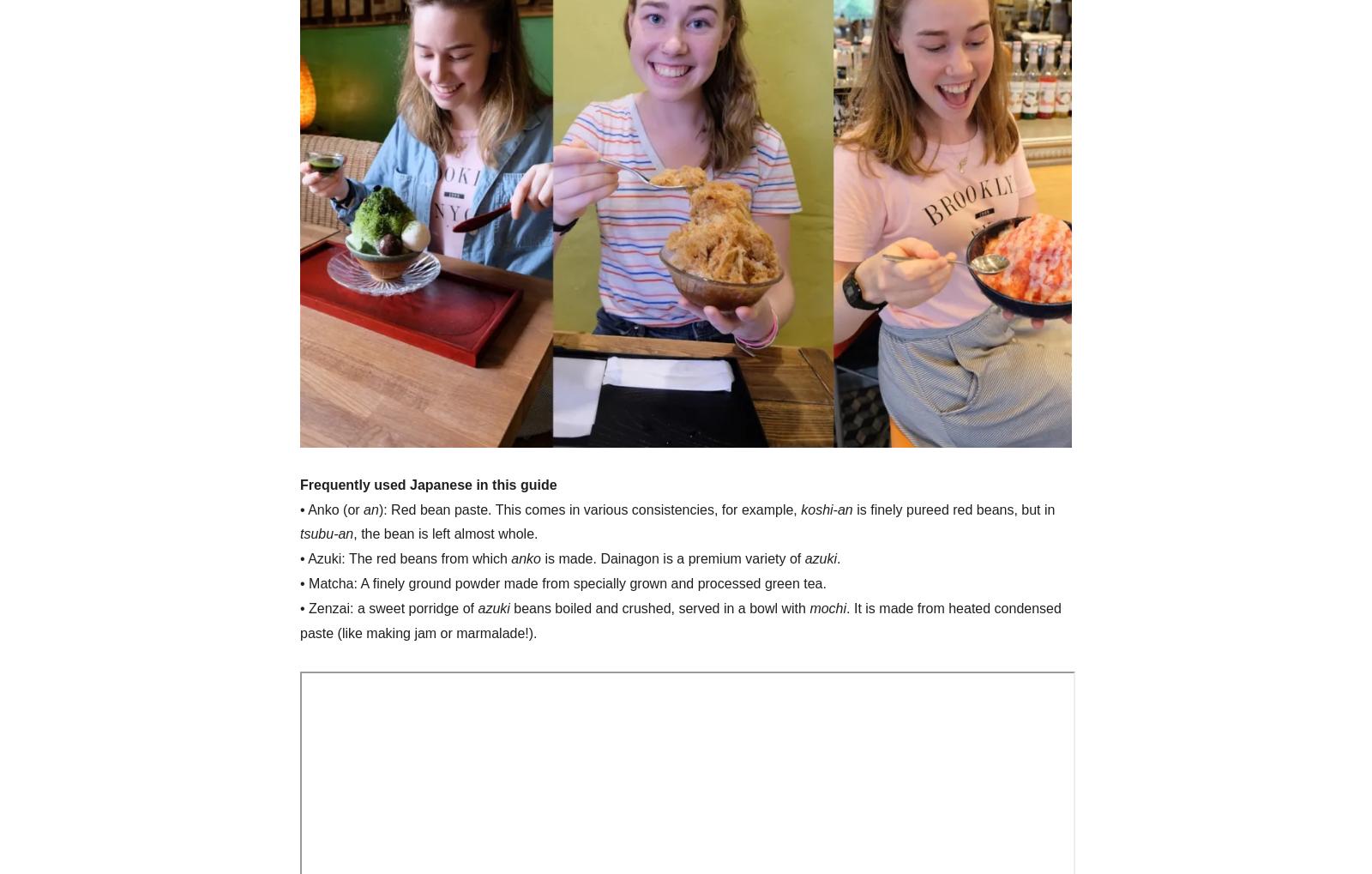 The image size is (1372, 874). Describe the element at coordinates (427, 483) in the screenshot. I see `'Frequently used Japanese in this guide'` at that location.